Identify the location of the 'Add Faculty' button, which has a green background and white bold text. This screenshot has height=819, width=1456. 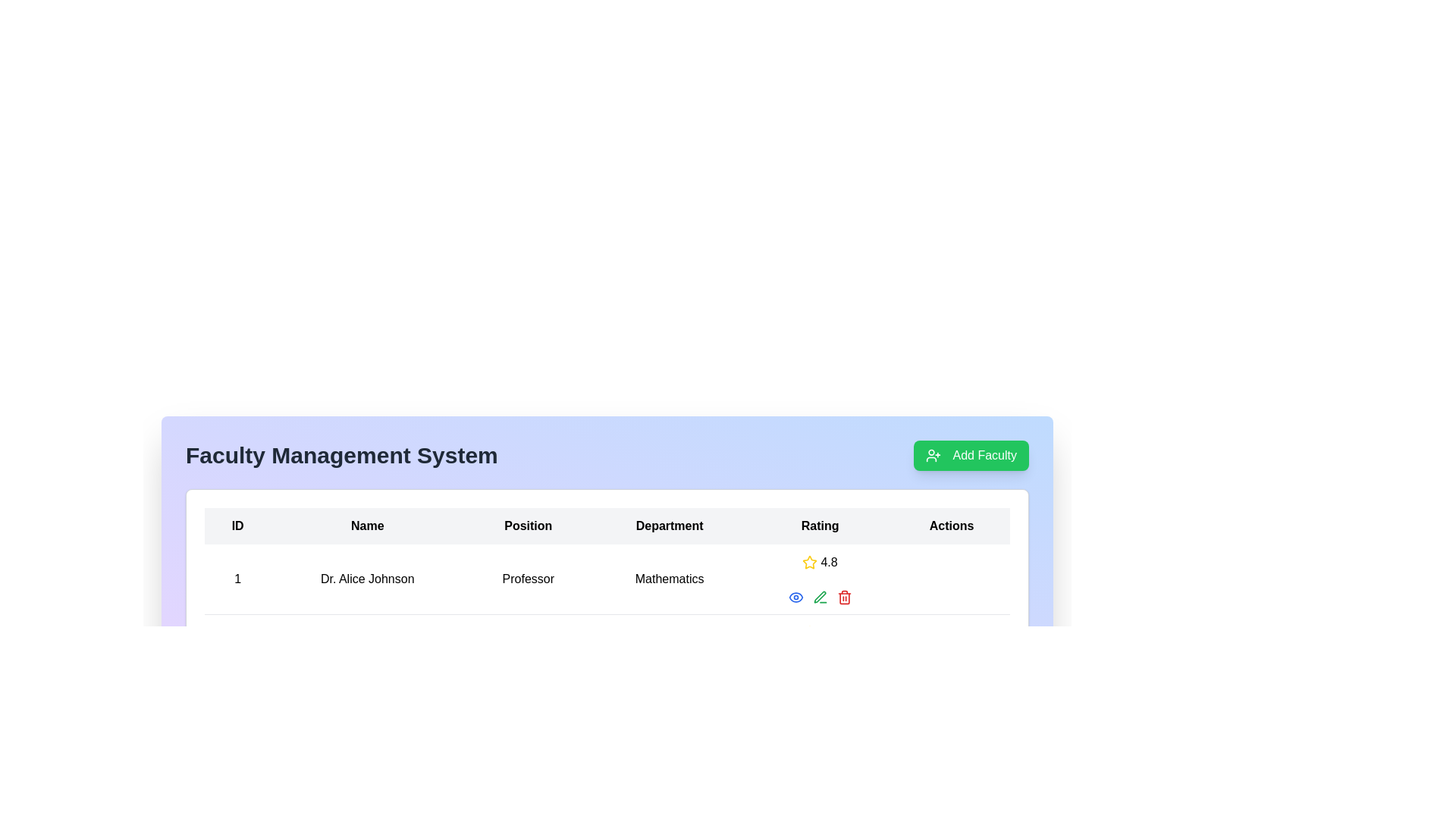
(971, 455).